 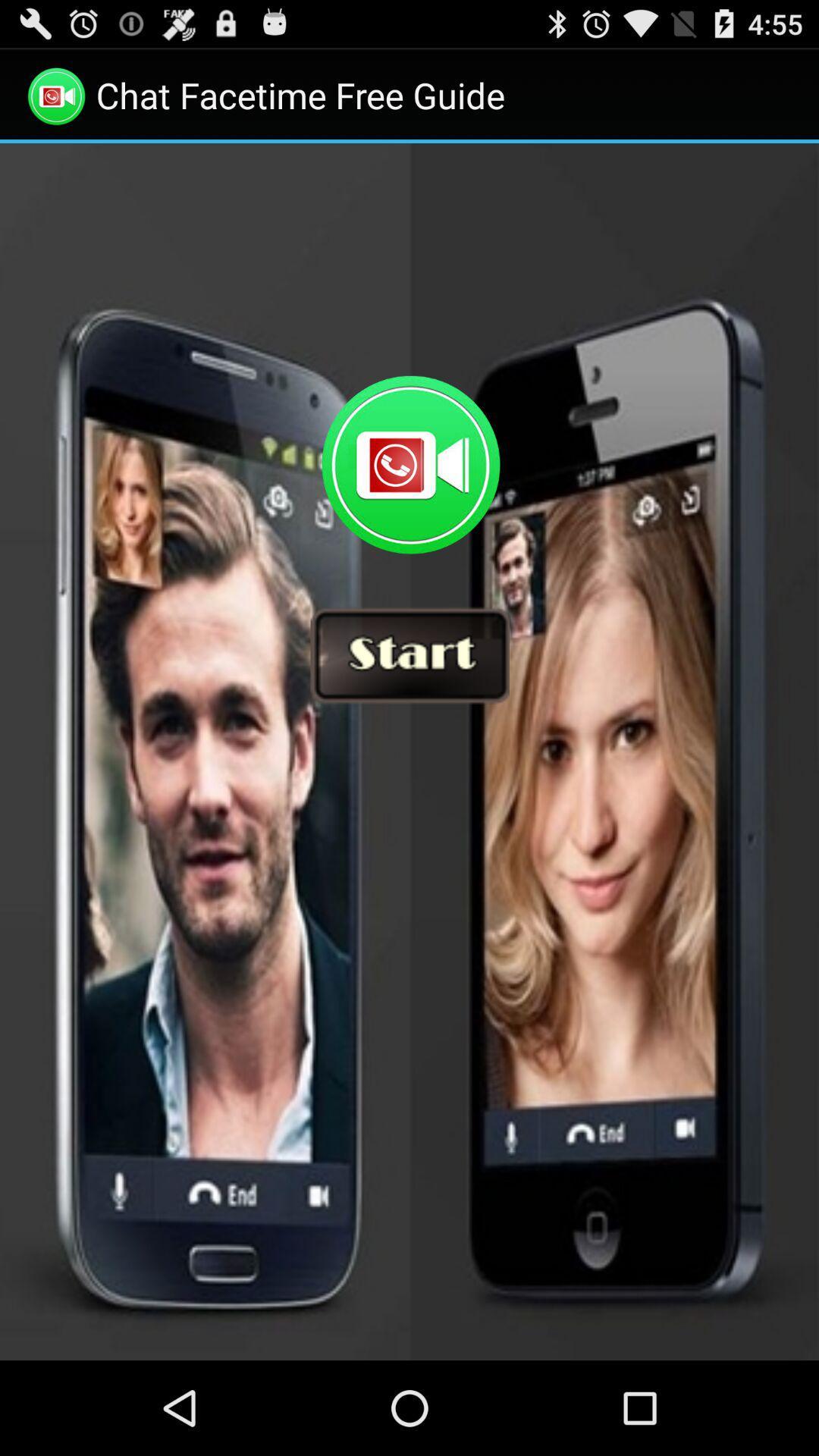 I want to click on description, so click(x=409, y=752).